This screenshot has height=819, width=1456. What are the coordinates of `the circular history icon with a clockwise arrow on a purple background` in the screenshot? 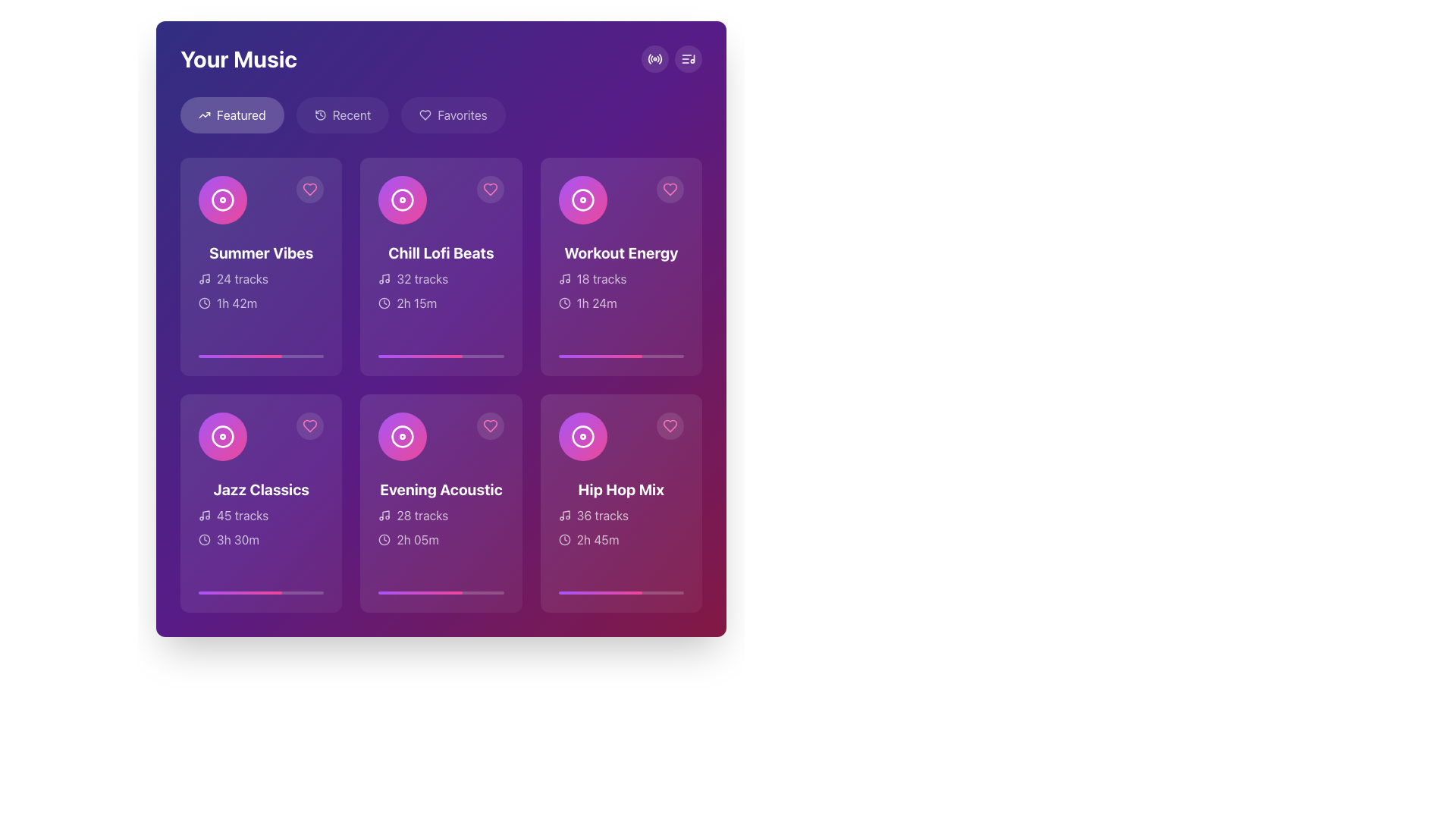 It's located at (319, 114).